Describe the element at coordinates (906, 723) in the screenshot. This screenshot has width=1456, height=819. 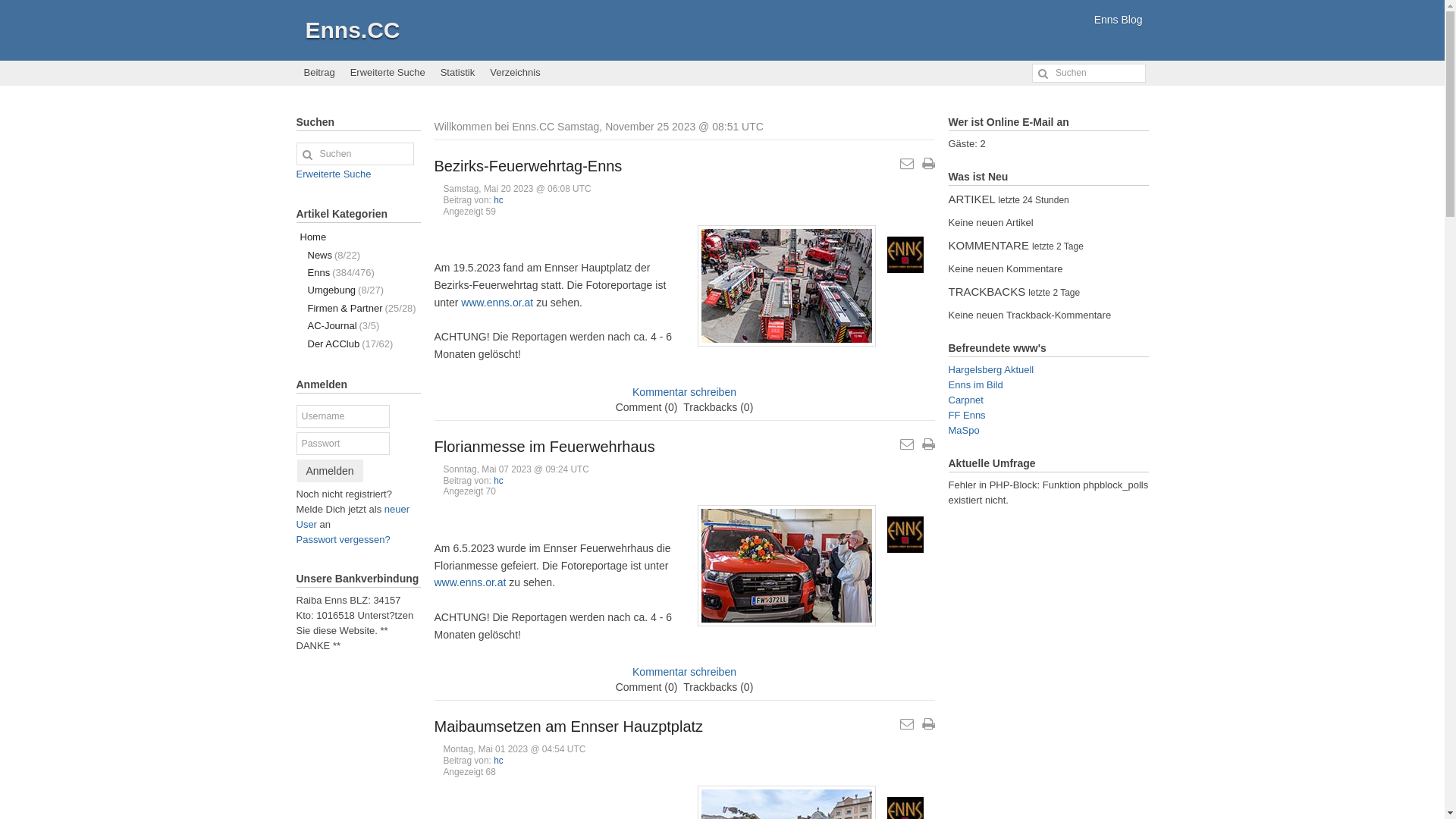
I see `'An einen Freund schicken'` at that location.